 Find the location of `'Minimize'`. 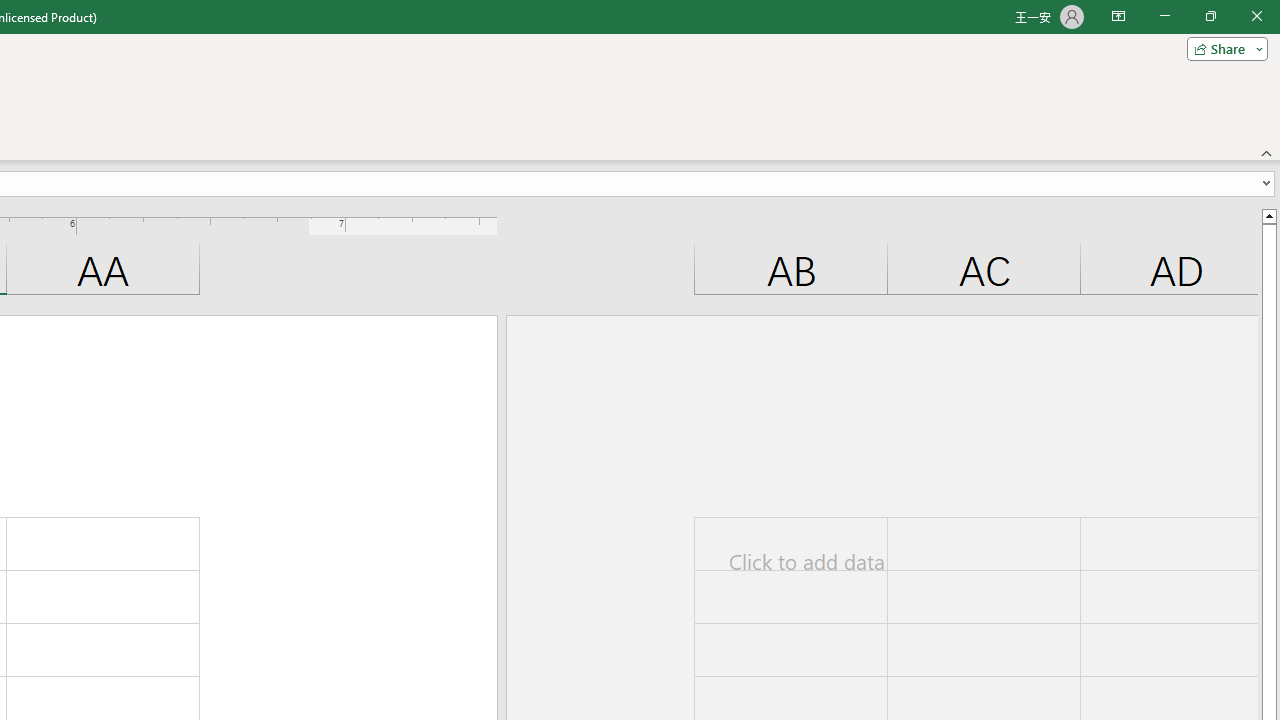

'Minimize' is located at coordinates (1164, 16).